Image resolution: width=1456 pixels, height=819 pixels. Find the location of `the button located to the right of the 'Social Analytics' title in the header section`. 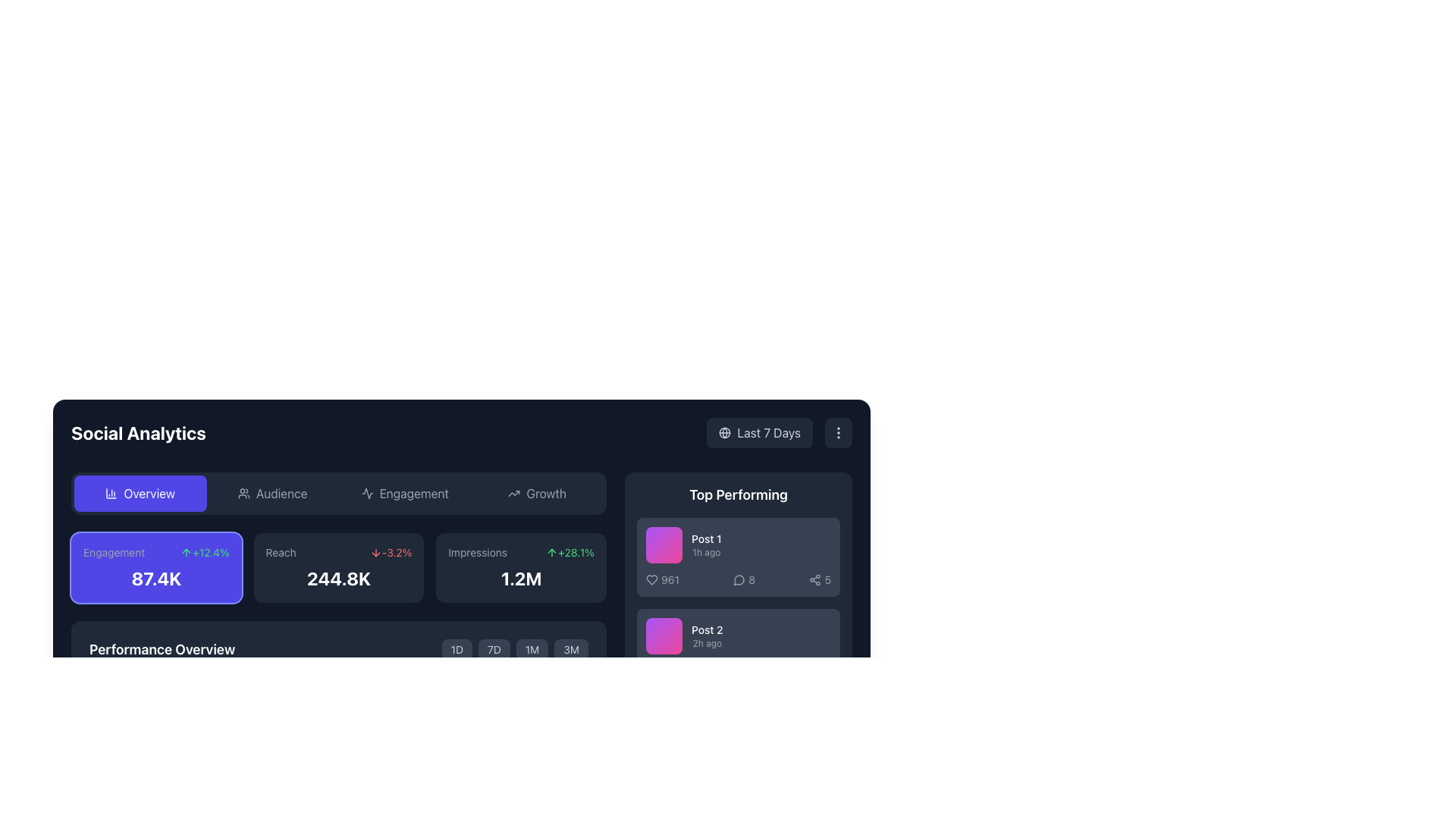

the button located to the right of the 'Social Analytics' title in the header section is located at coordinates (780, 432).